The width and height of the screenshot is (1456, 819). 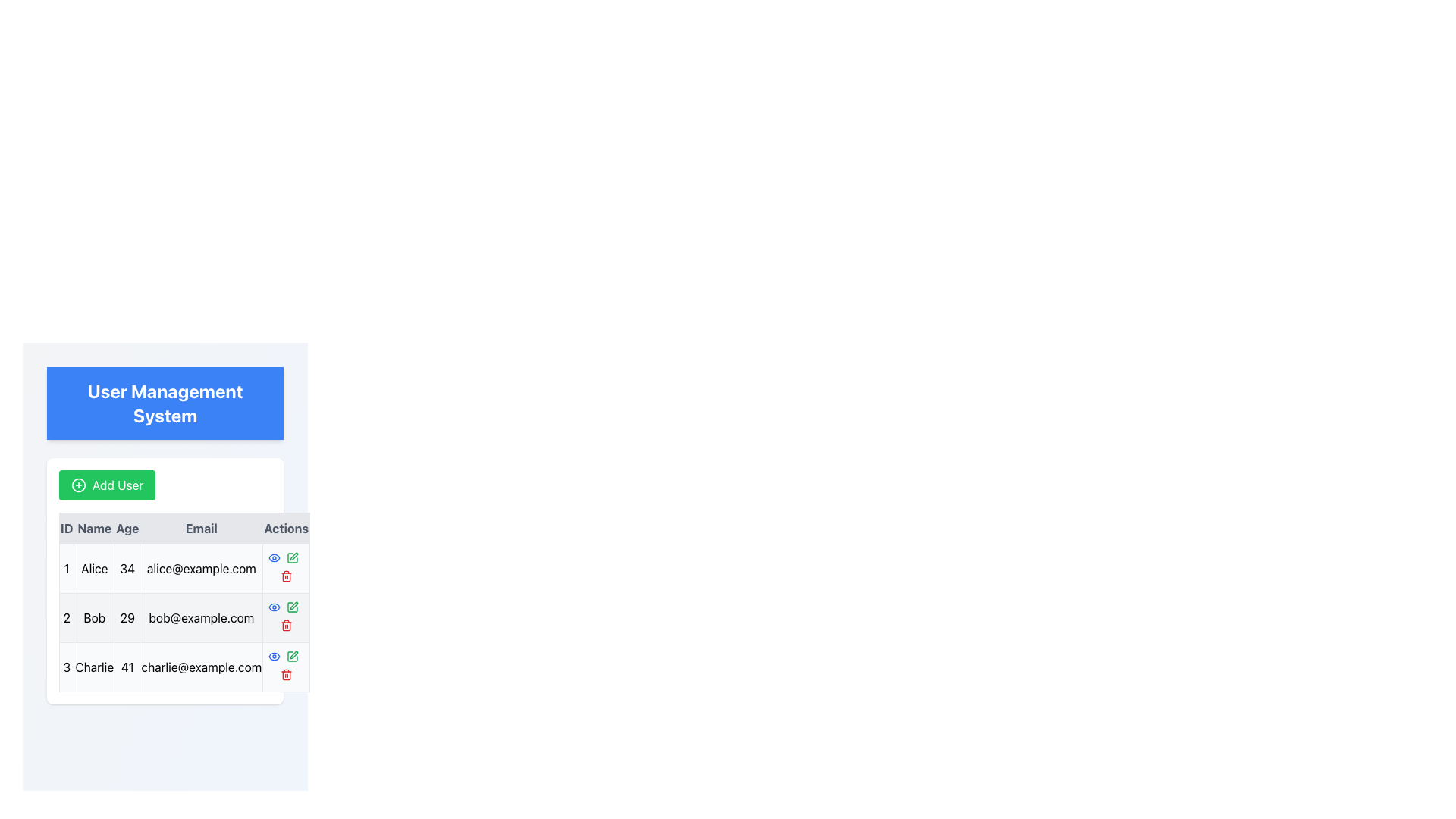 I want to click on the red trash bin icon in the 'Actions' column of the third row, so click(x=286, y=674).